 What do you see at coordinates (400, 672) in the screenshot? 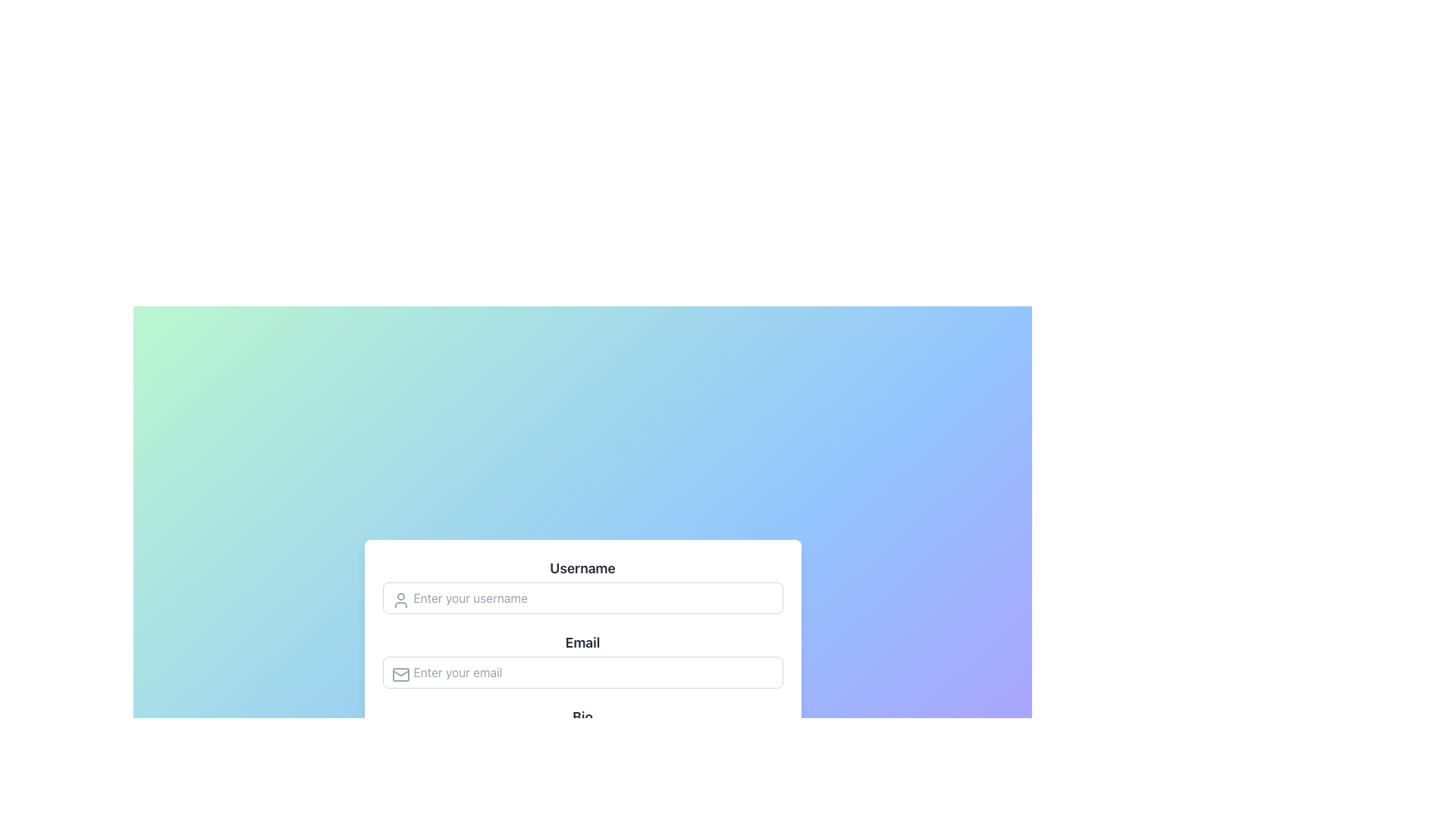
I see `graphical representation of the envelope flap, which is part of an SVG envelope icon located at the bottom edge of the icon` at bounding box center [400, 672].